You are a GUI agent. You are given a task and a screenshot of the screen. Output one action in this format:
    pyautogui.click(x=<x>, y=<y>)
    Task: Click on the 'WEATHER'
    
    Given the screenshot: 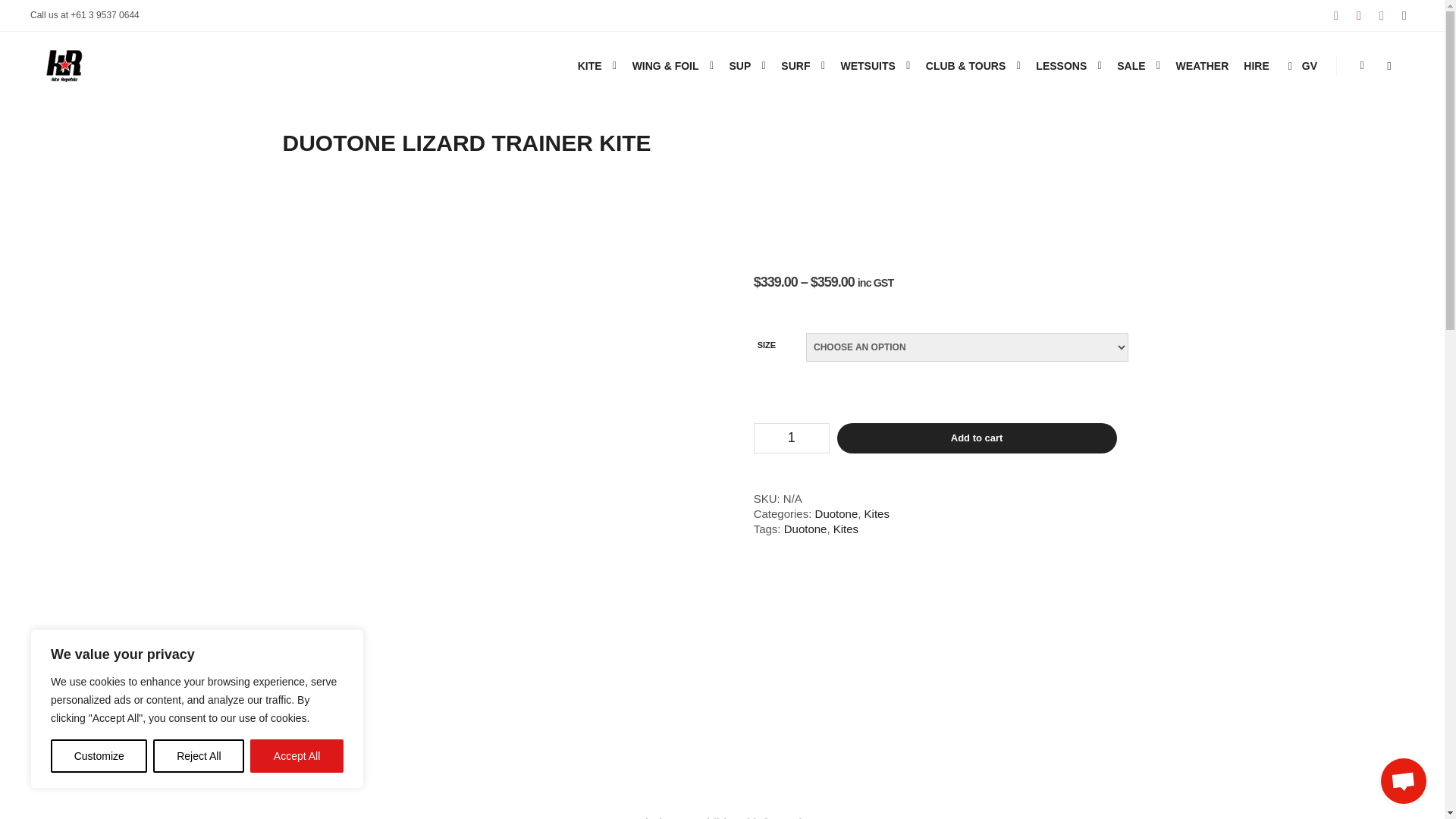 What is the action you would take?
    pyautogui.click(x=1201, y=65)
    